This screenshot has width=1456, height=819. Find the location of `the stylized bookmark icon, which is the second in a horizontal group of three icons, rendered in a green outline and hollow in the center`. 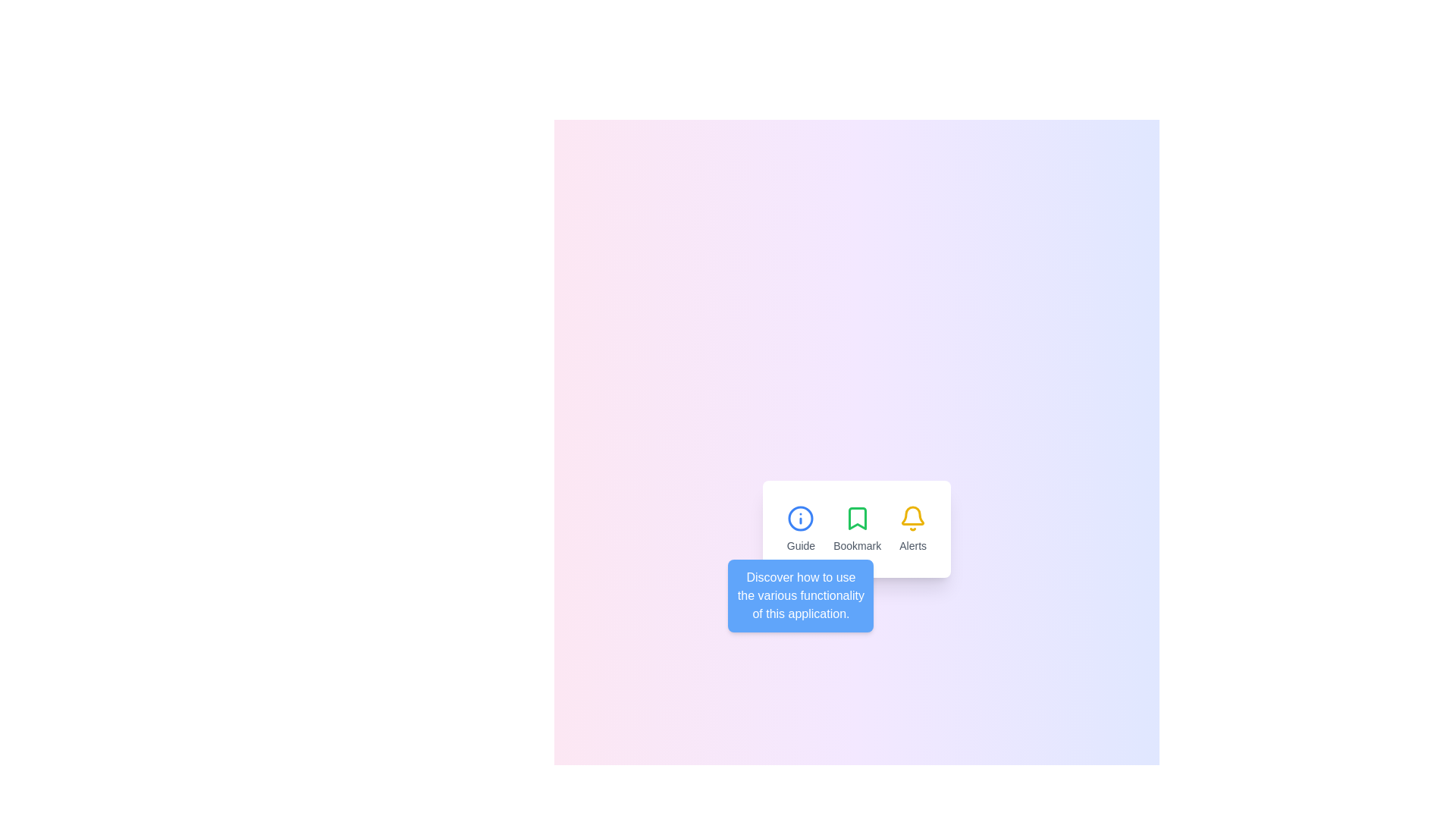

the stylized bookmark icon, which is the second in a horizontal group of three icons, rendered in a green outline and hollow in the center is located at coordinates (857, 517).